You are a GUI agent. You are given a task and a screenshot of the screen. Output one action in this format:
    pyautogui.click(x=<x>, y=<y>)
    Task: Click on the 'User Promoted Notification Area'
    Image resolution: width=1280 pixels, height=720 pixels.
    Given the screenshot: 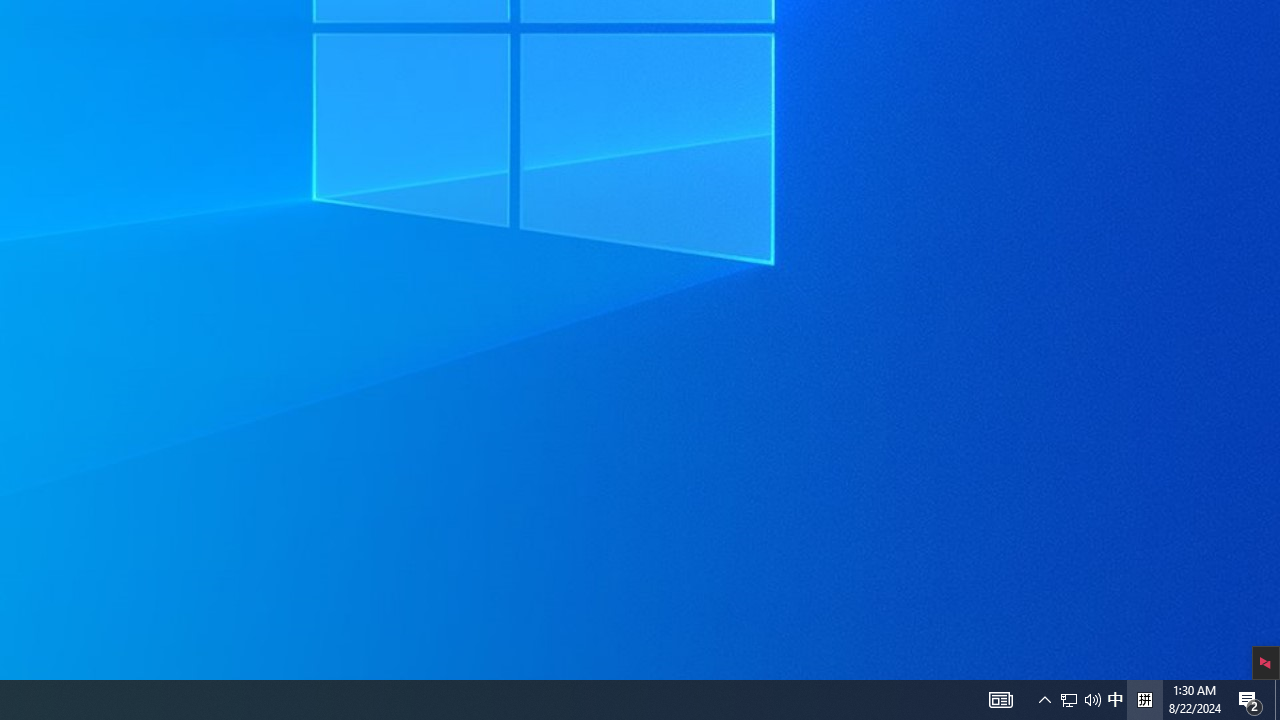 What is the action you would take?
    pyautogui.click(x=1068, y=698)
    